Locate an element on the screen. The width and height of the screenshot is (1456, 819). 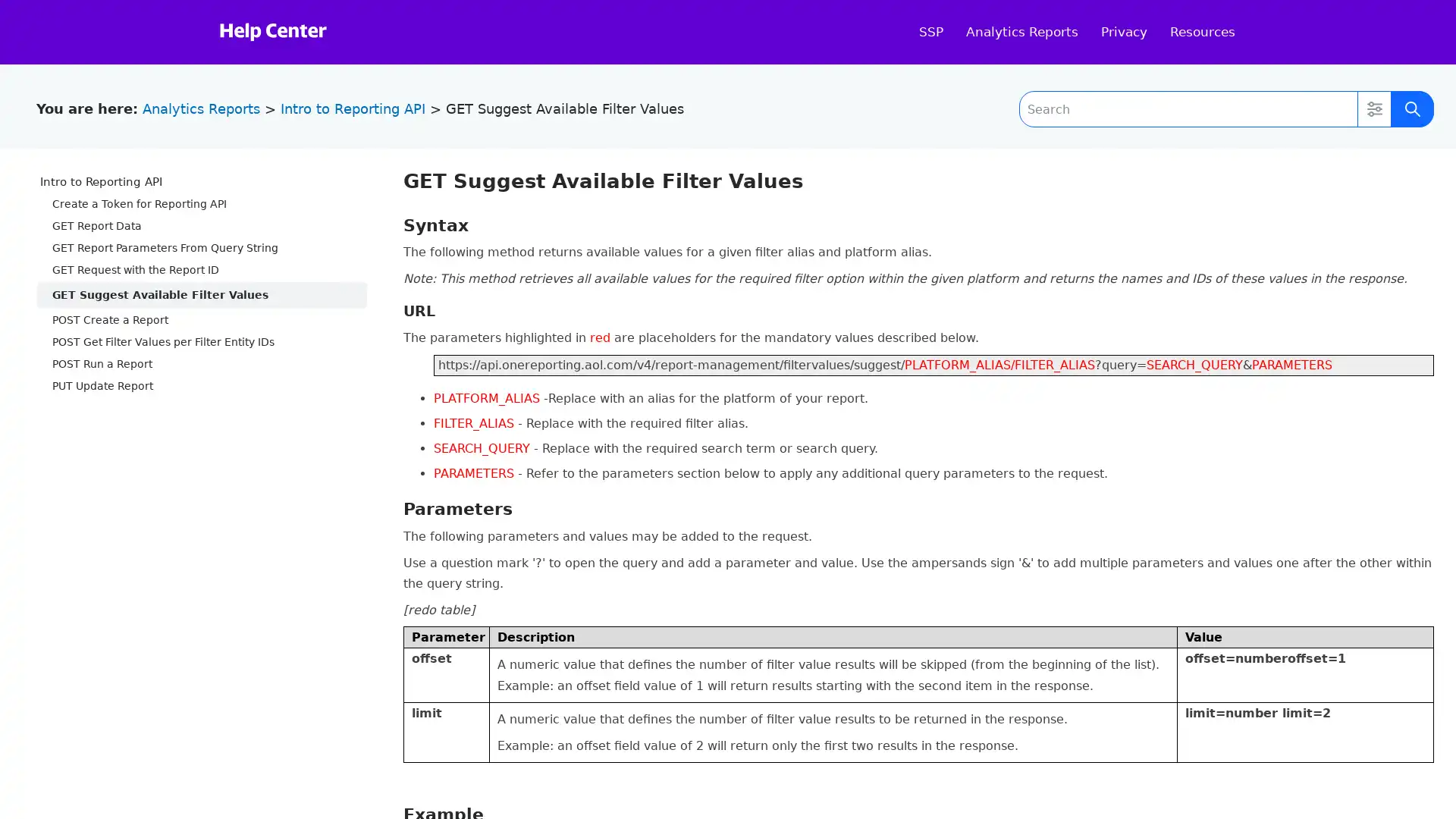
Submit Search is located at coordinates (1411, 108).